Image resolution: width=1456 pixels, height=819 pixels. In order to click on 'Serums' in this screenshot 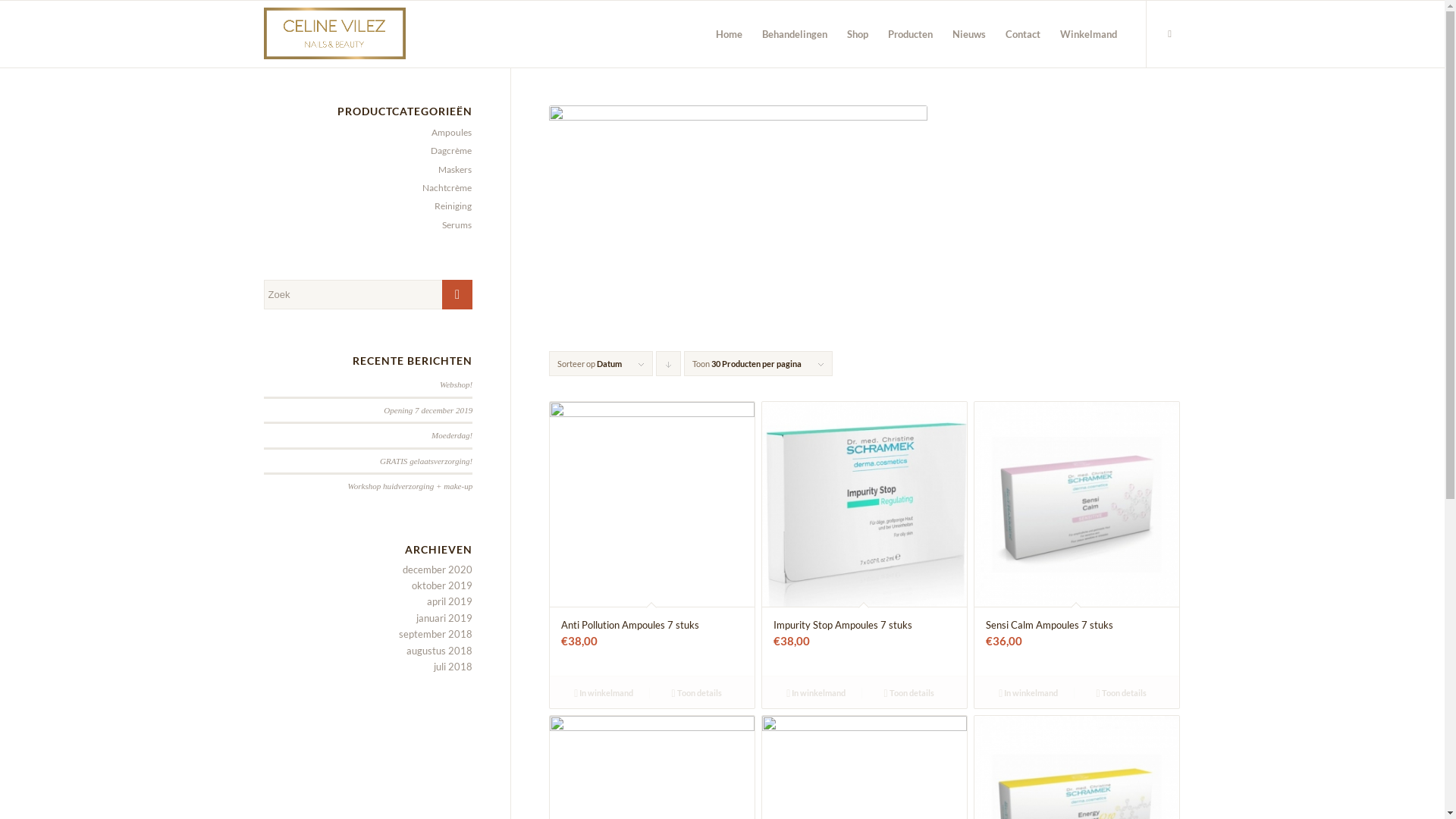, I will do `click(453, 224)`.